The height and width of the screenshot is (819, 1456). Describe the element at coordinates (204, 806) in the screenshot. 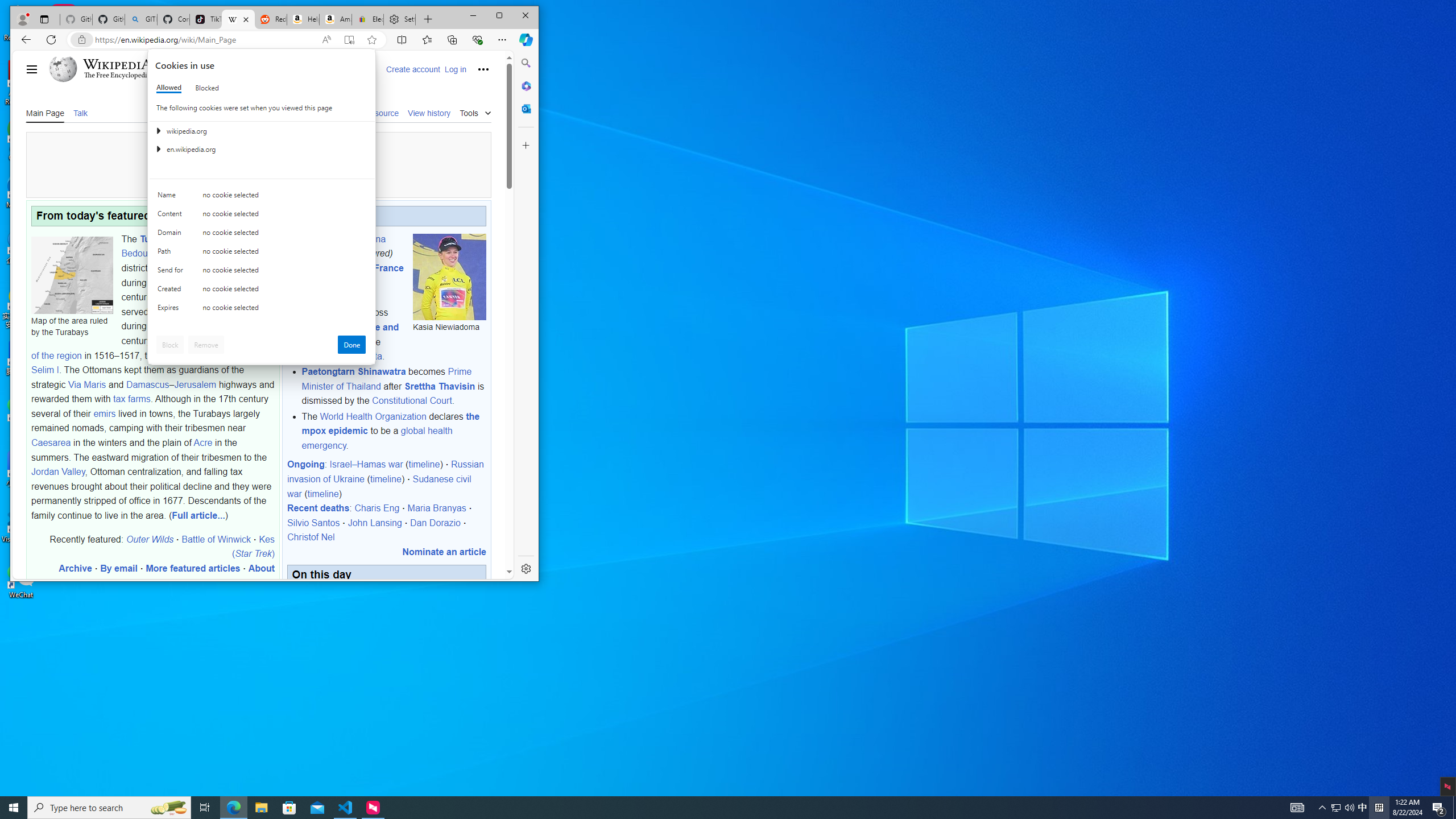

I see `'Task View'` at that location.